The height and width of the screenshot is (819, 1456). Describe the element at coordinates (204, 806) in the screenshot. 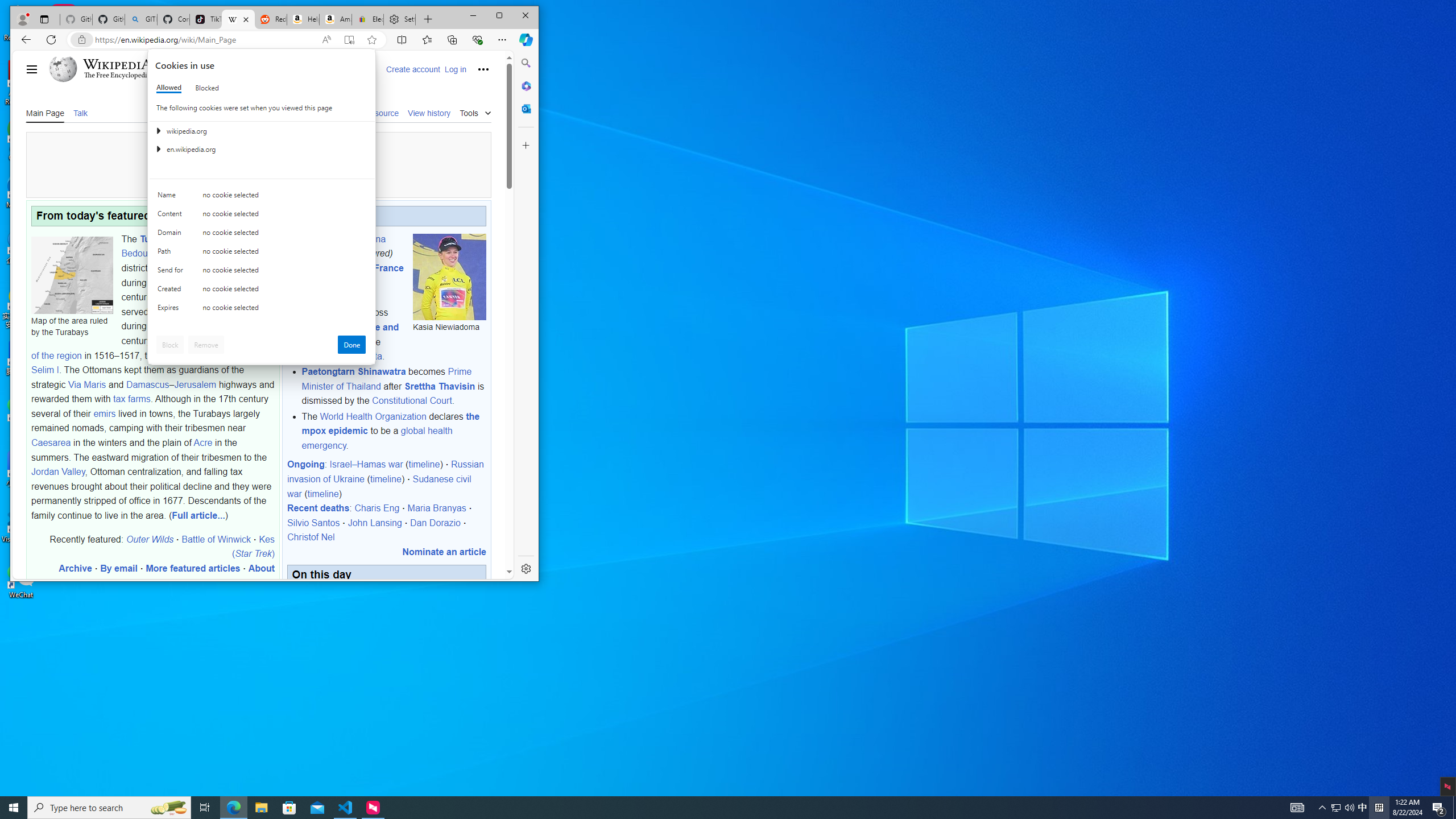

I see `'Task View'` at that location.